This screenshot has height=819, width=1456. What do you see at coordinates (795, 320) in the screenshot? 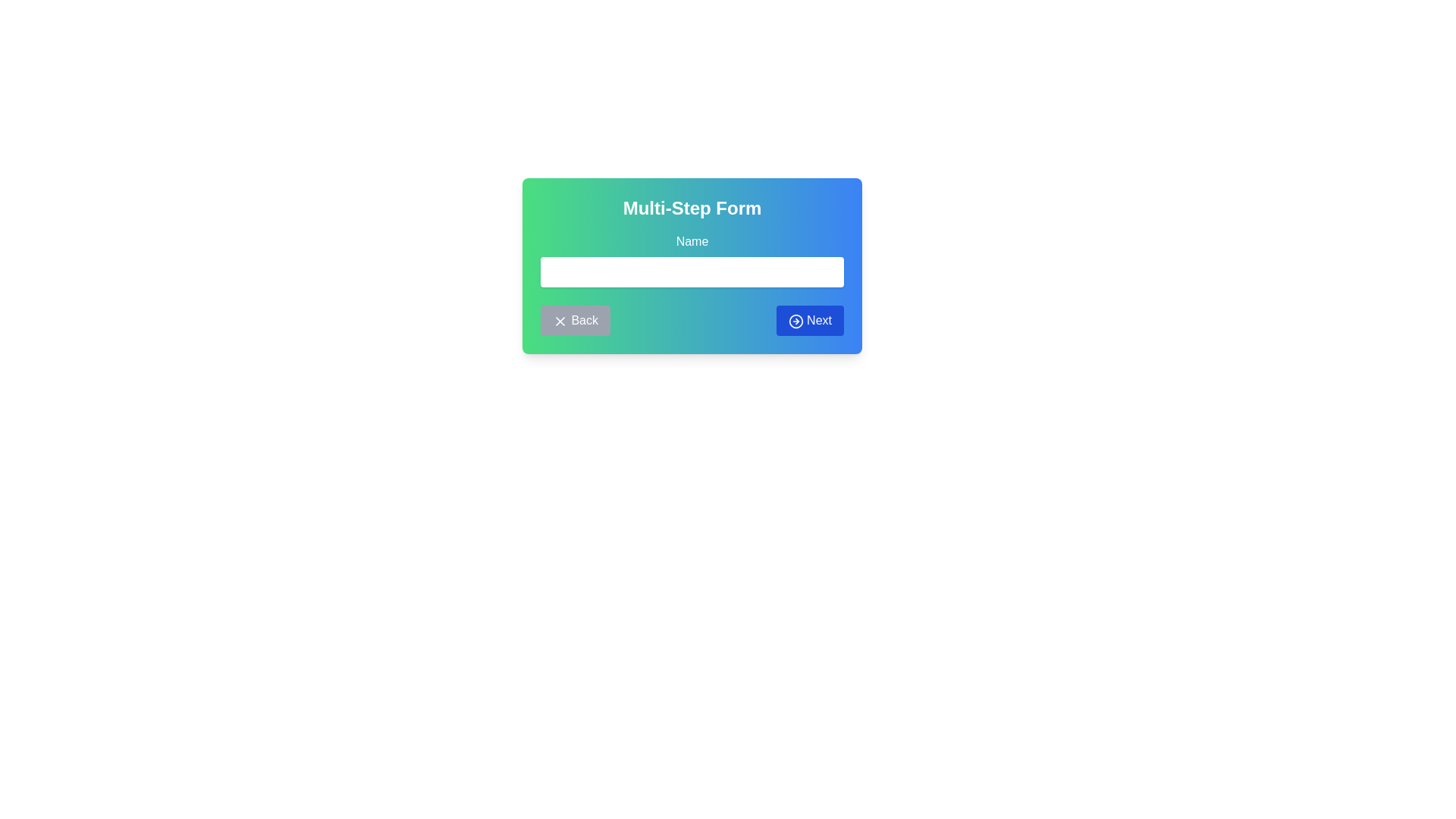
I see `the icon located inside the 'Next' button in the lower-right corner of the 'Multi-Step Form' section, which visually indicates forward navigation` at bounding box center [795, 320].